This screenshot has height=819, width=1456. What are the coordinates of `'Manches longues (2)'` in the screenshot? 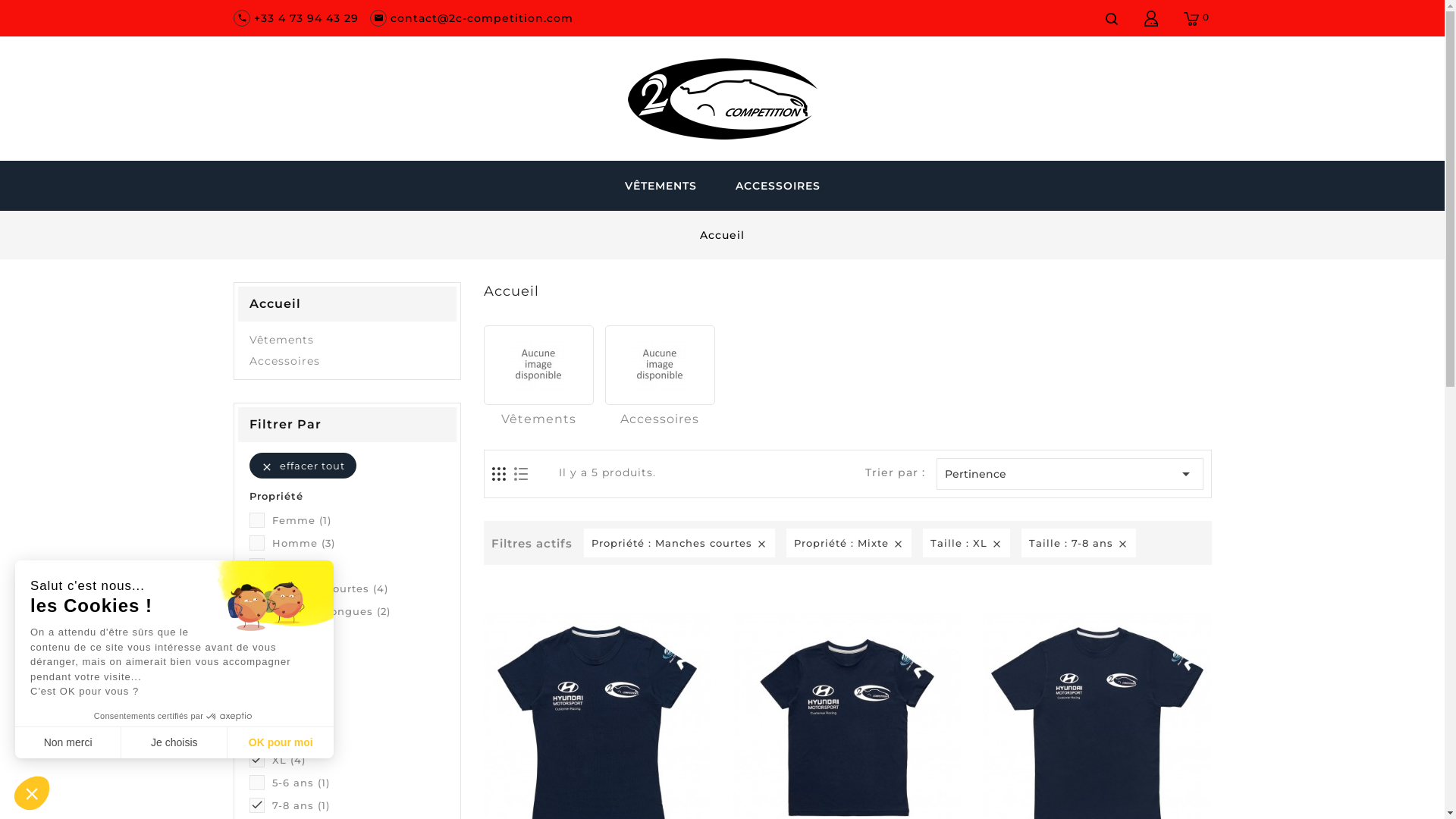 It's located at (356, 610).